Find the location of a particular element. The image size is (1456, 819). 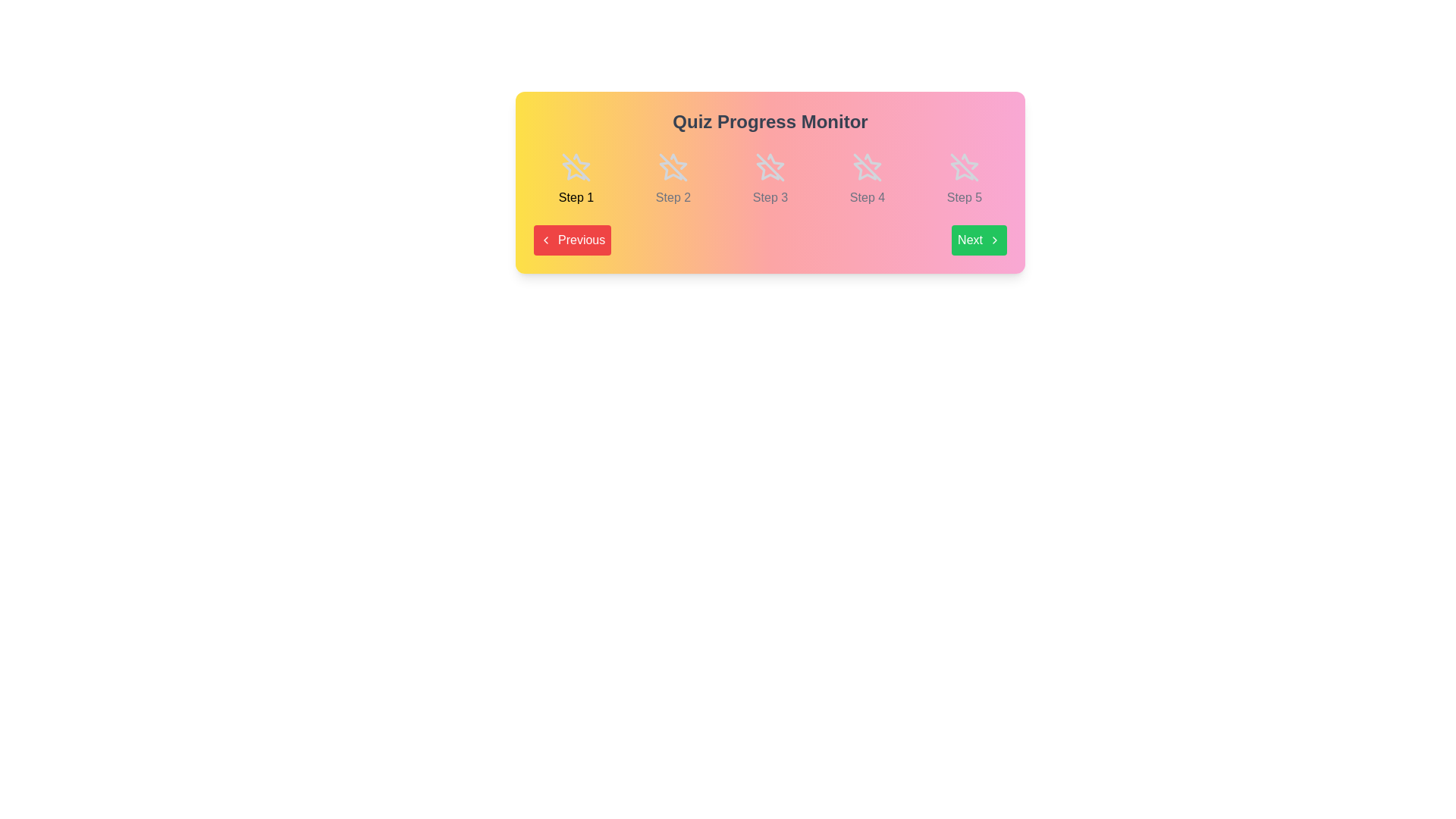

the gray star icon that indicates an 'off' or 'disabled' state, located on a pink background under the text label 'Step 5'. This is the fifth star in a sequence of five star icons is located at coordinates (964, 167).